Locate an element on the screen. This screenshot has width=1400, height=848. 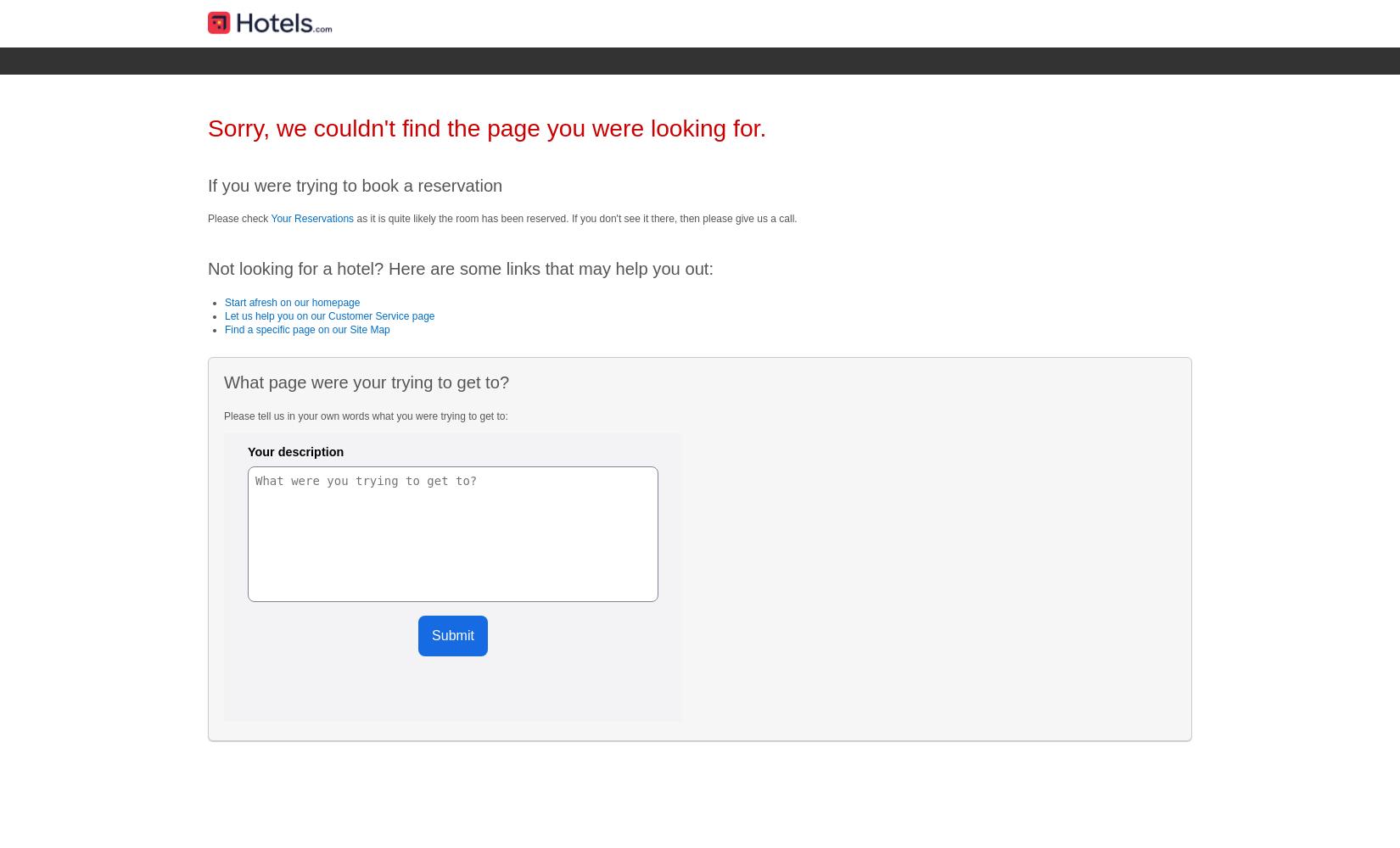
'Your Reservations' is located at coordinates (270, 218).